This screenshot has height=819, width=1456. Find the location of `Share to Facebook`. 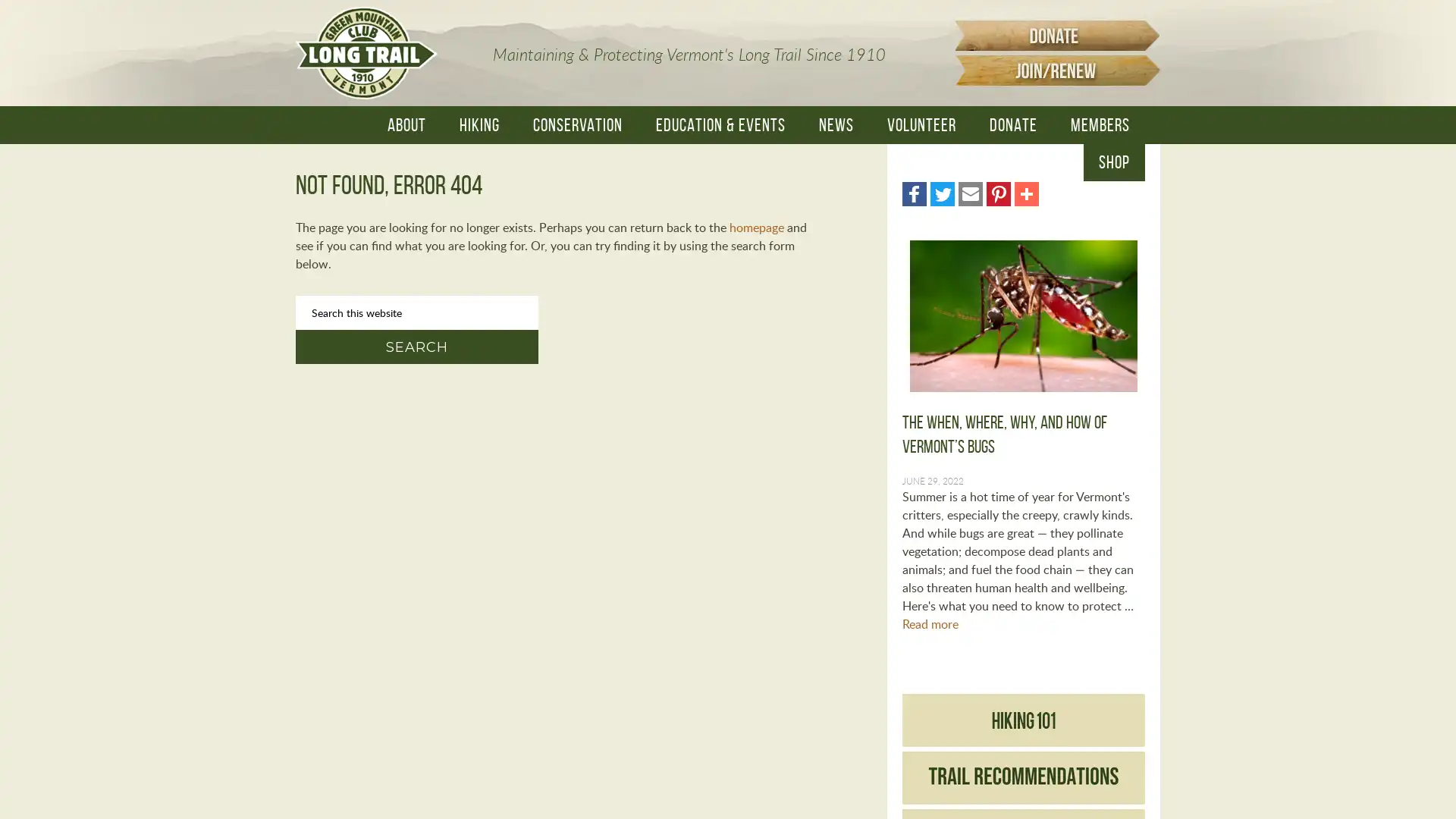

Share to Facebook is located at coordinates (913, 193).